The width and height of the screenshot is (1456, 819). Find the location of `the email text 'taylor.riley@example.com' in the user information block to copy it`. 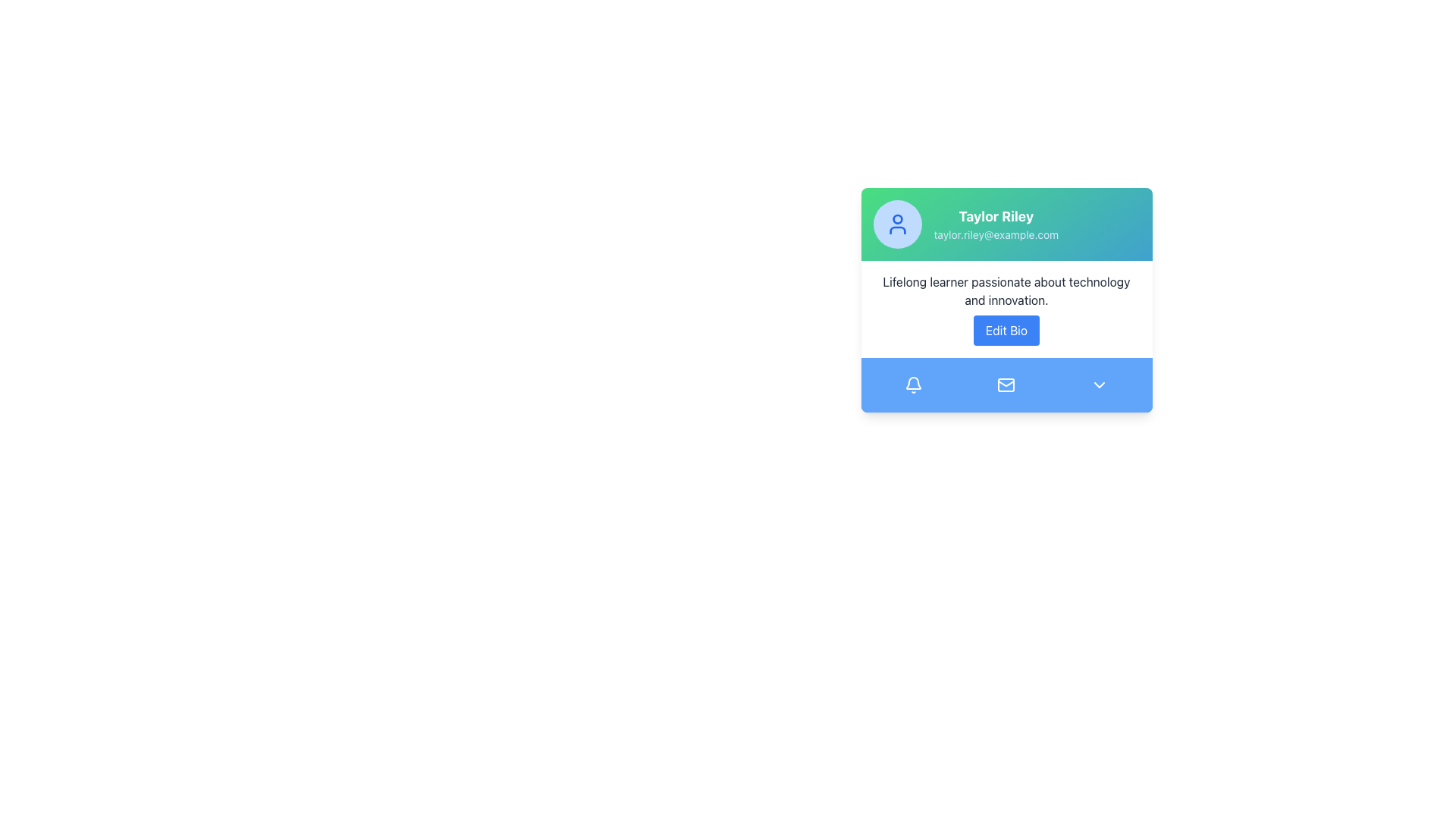

the email text 'taylor.riley@example.com' in the user information block to copy it is located at coordinates (996, 224).